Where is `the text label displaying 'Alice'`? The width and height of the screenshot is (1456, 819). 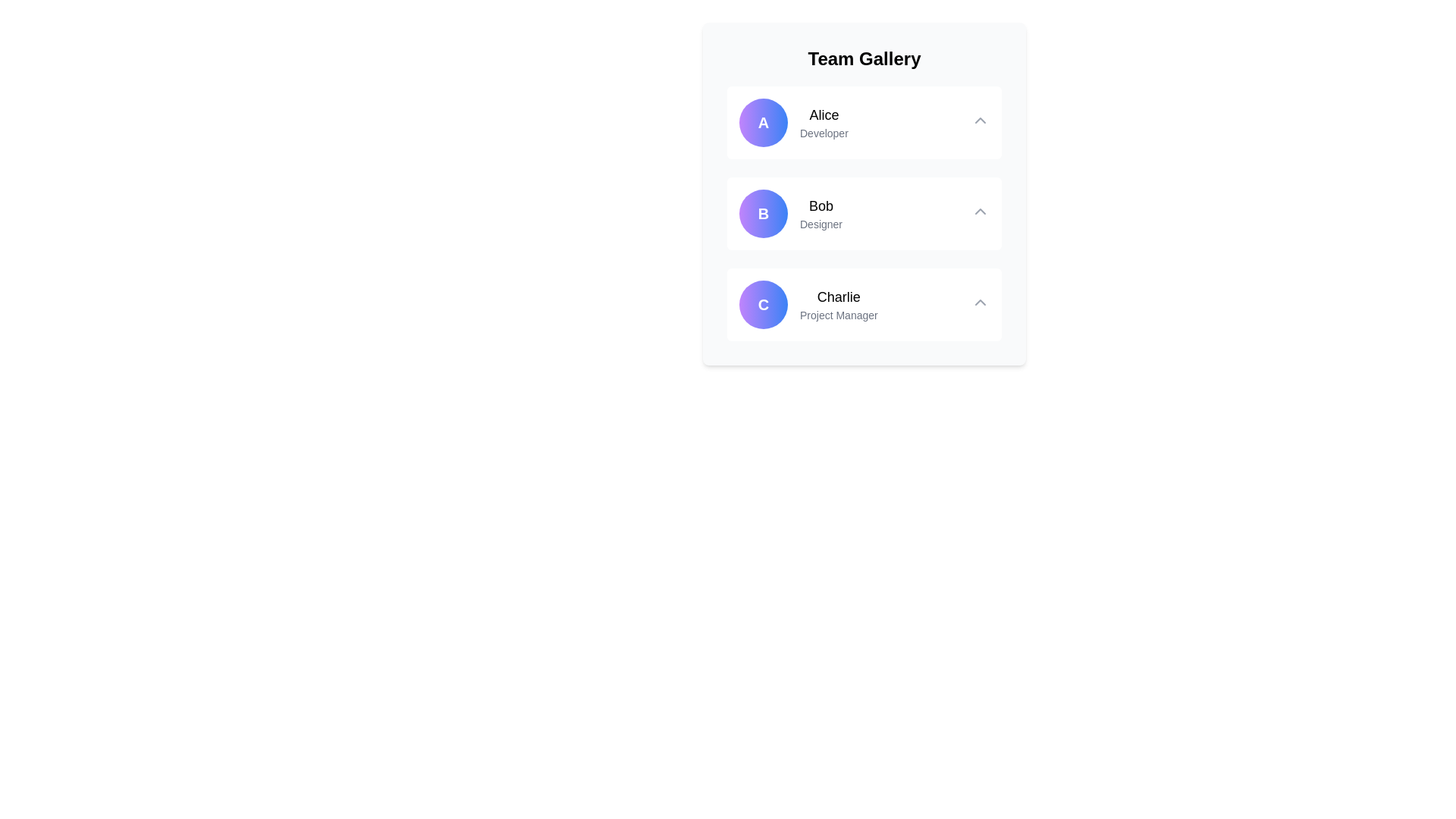
the text label displaying 'Alice' is located at coordinates (823, 114).